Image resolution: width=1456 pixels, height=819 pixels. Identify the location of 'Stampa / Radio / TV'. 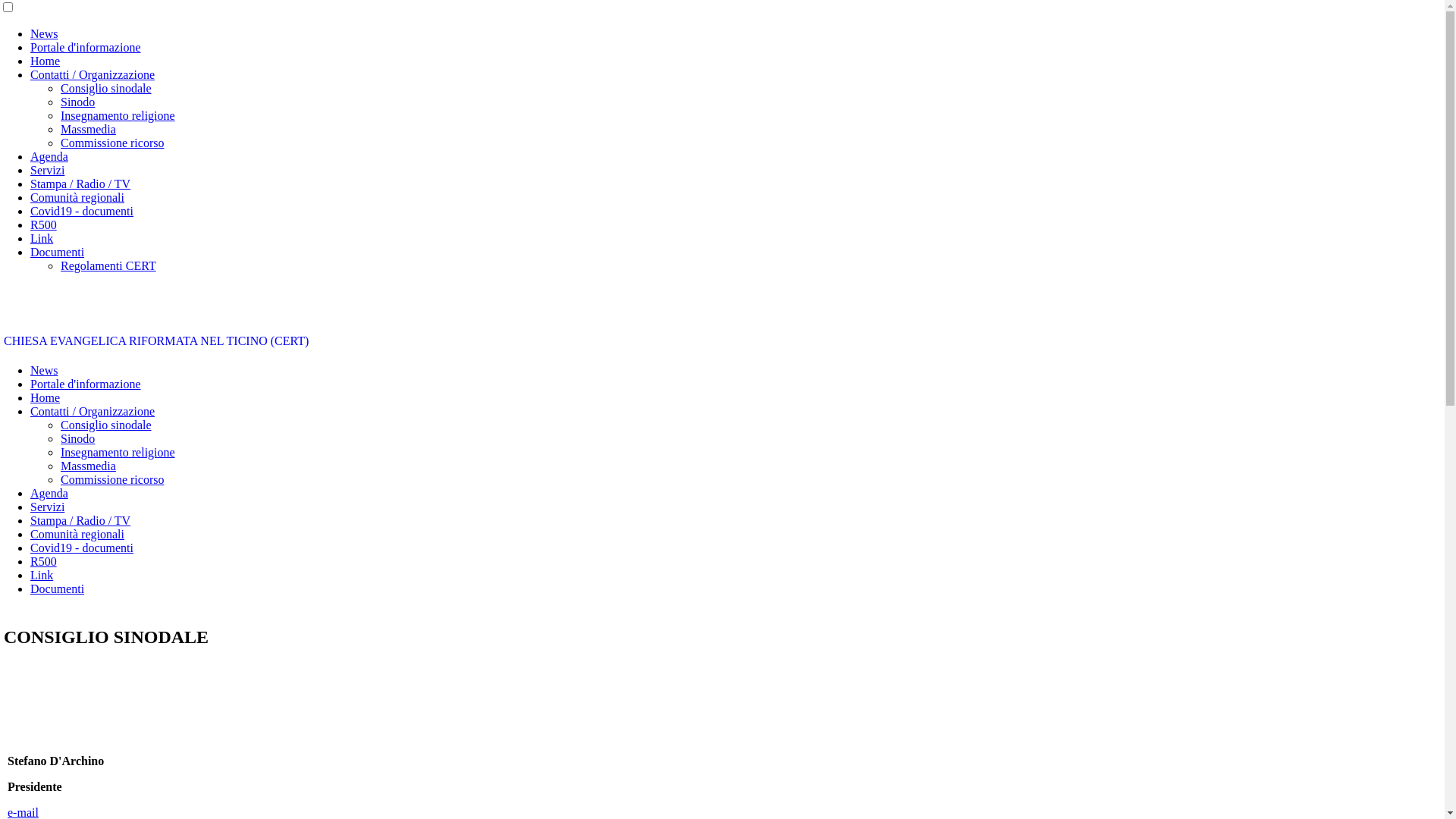
(79, 519).